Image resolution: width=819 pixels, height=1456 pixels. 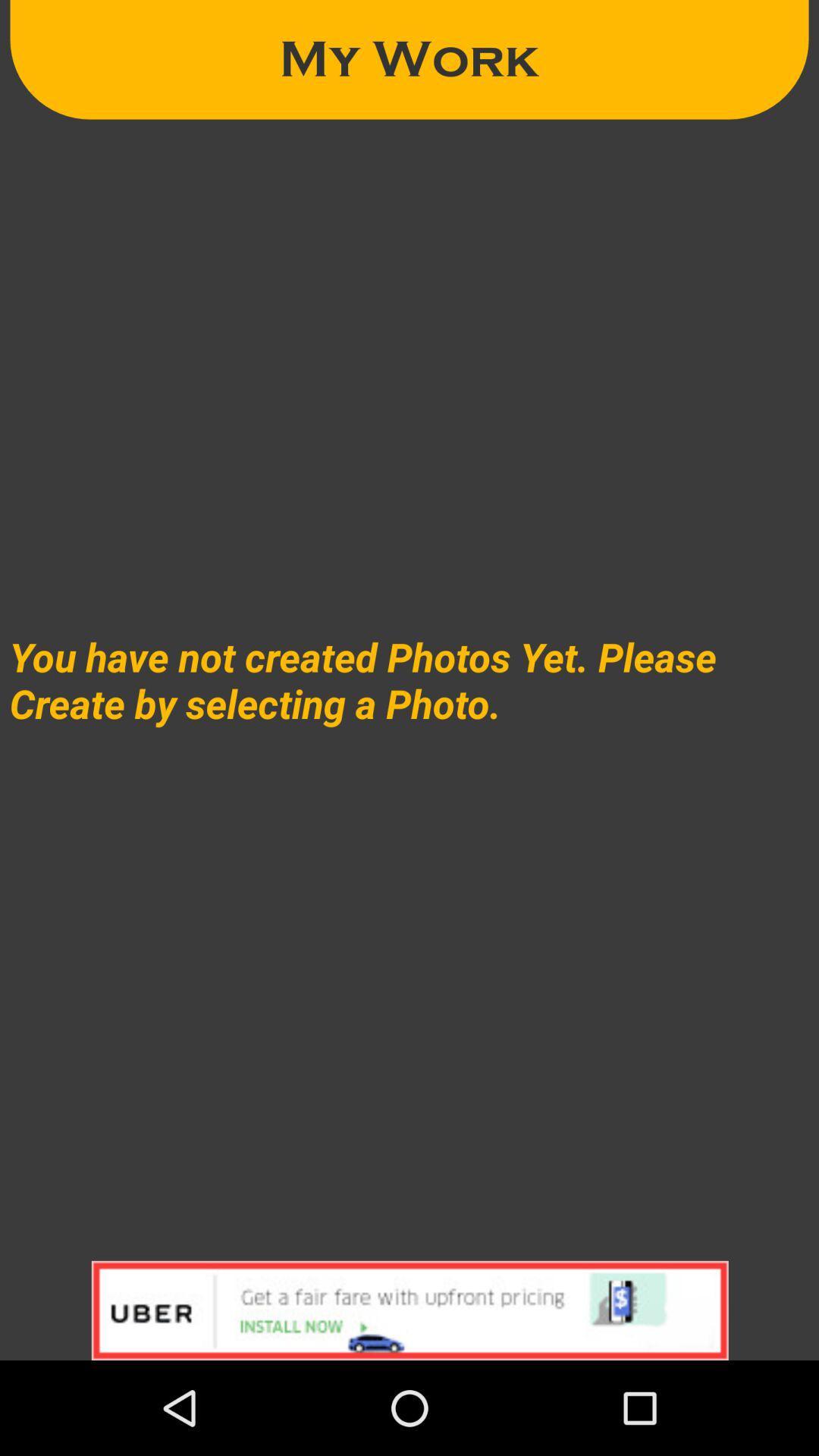 What do you see at coordinates (409, 1310) in the screenshot?
I see `expand add` at bounding box center [409, 1310].